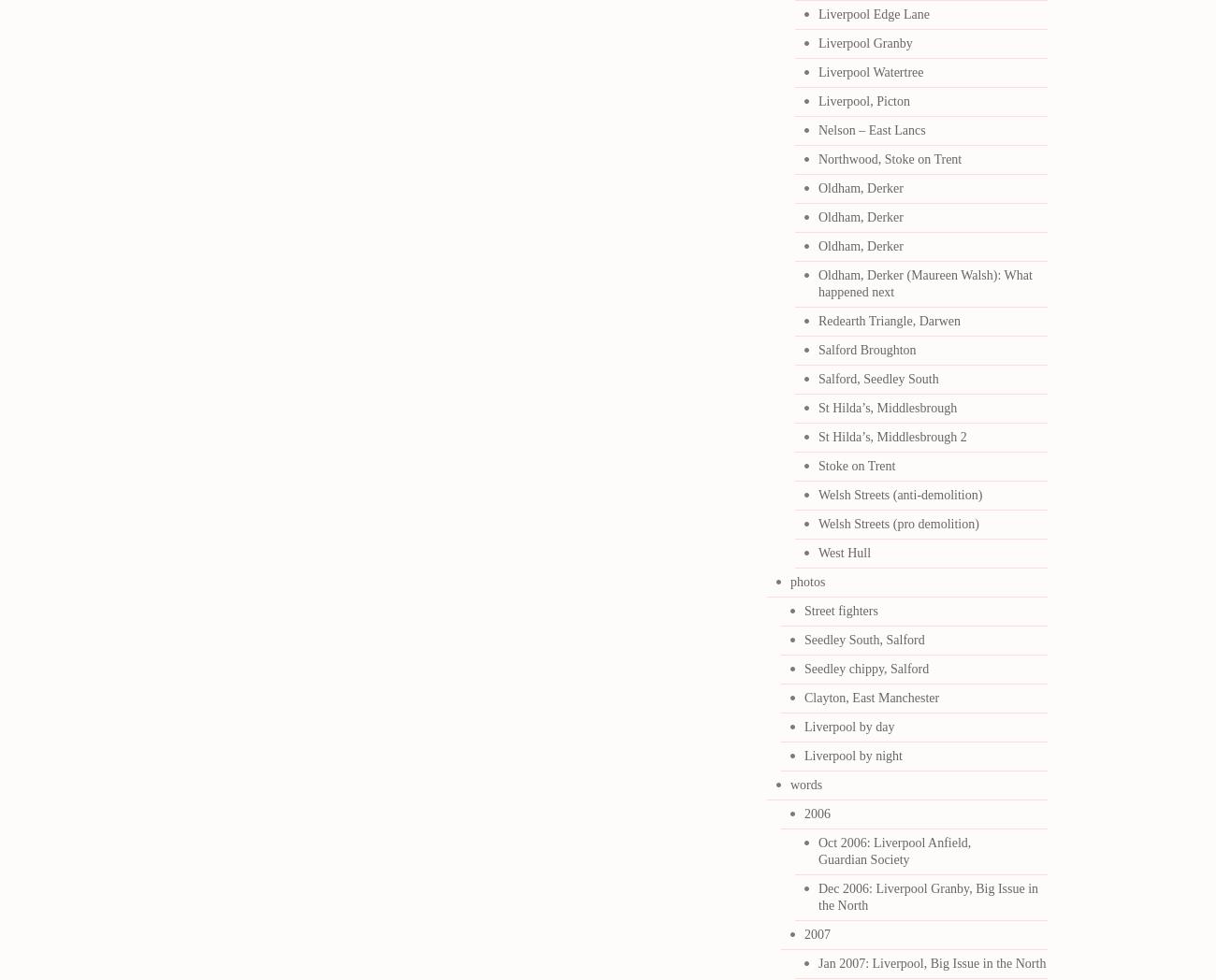  What do you see at coordinates (852, 755) in the screenshot?
I see `'Liverpool by night'` at bounding box center [852, 755].